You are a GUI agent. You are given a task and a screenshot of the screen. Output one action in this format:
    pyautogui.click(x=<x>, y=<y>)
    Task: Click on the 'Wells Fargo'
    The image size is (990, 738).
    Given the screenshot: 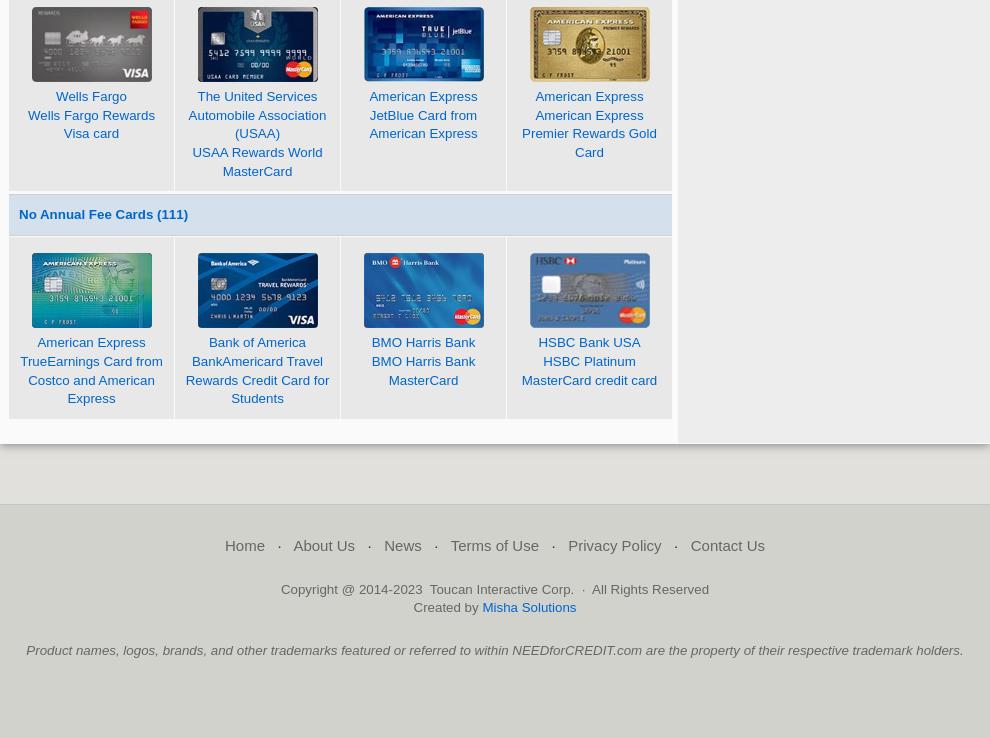 What is the action you would take?
    pyautogui.click(x=90, y=95)
    